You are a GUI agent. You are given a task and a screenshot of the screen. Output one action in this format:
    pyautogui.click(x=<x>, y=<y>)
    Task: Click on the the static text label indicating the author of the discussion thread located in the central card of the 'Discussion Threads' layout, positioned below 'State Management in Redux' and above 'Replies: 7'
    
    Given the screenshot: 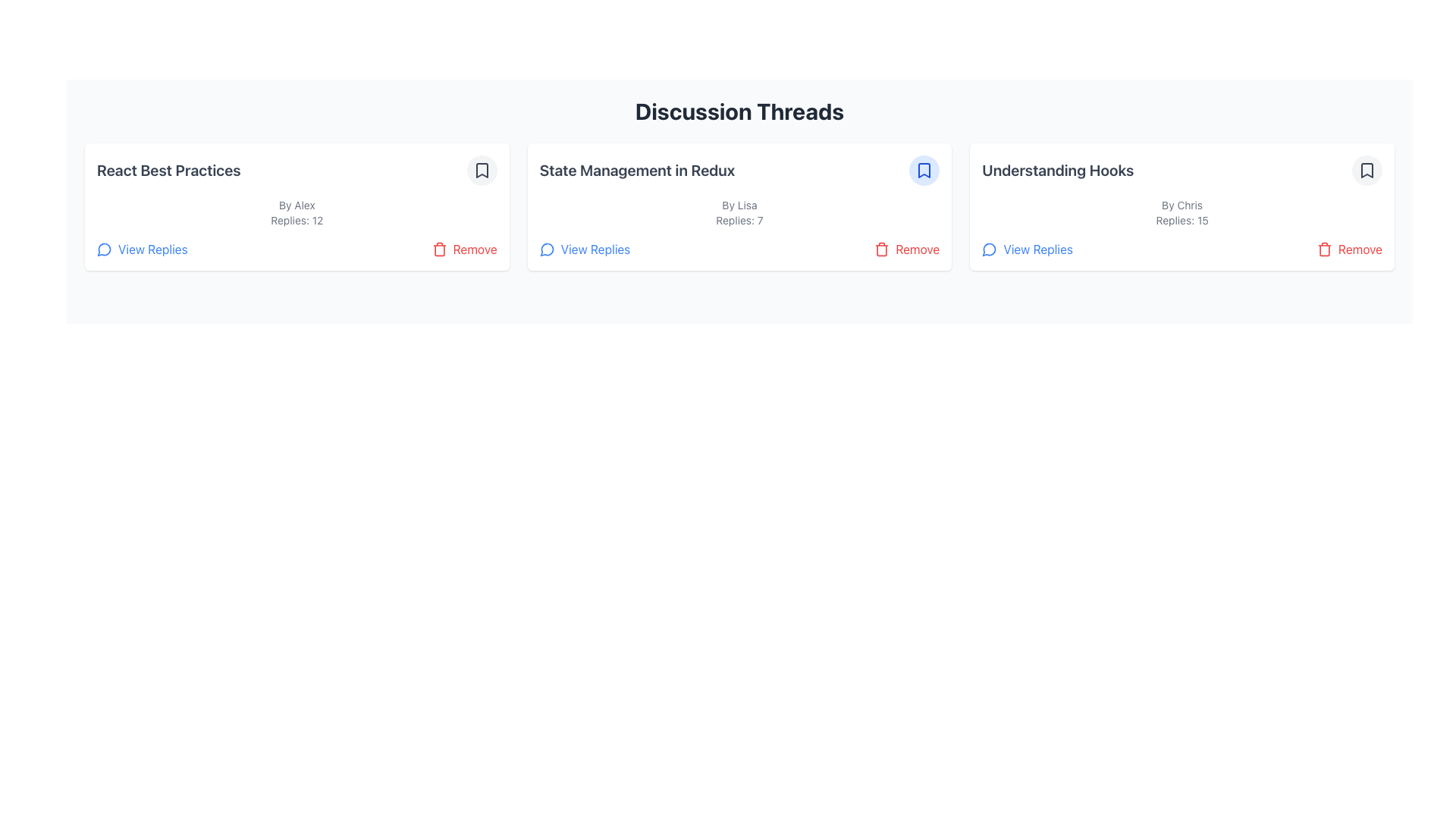 What is the action you would take?
    pyautogui.click(x=739, y=205)
    